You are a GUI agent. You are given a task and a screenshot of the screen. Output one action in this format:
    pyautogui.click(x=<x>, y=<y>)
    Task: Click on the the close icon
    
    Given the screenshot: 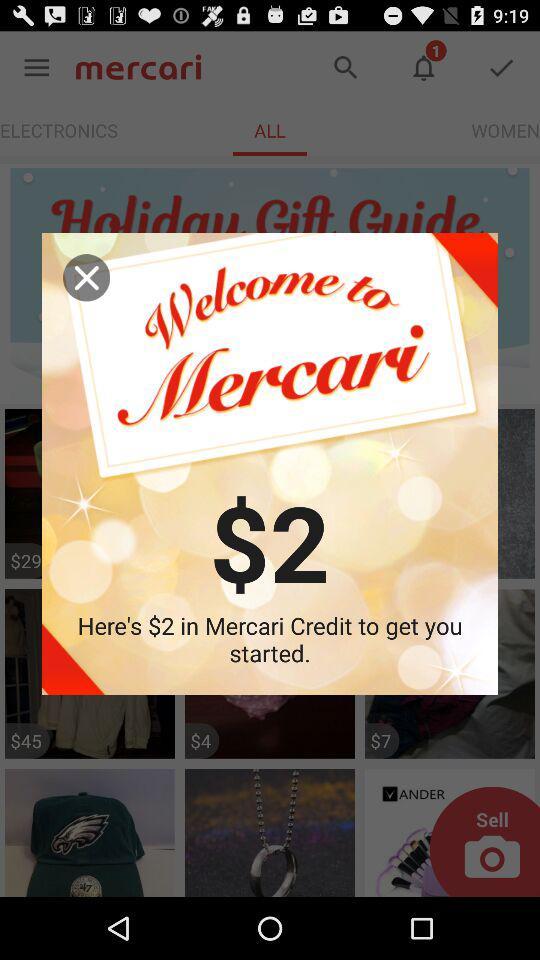 What is the action you would take?
    pyautogui.click(x=85, y=296)
    